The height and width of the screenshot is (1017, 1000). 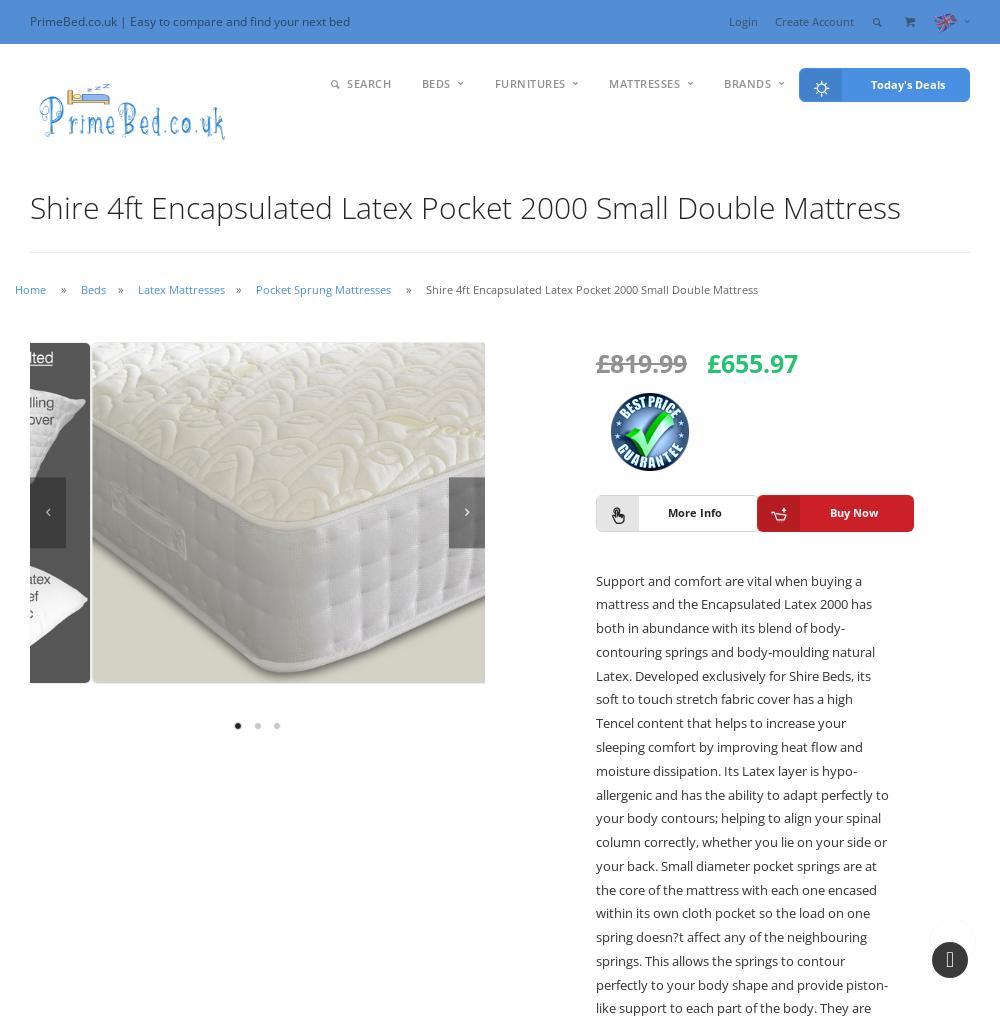 What do you see at coordinates (473, 419) in the screenshot?
I see `'Sofa Beds'` at bounding box center [473, 419].